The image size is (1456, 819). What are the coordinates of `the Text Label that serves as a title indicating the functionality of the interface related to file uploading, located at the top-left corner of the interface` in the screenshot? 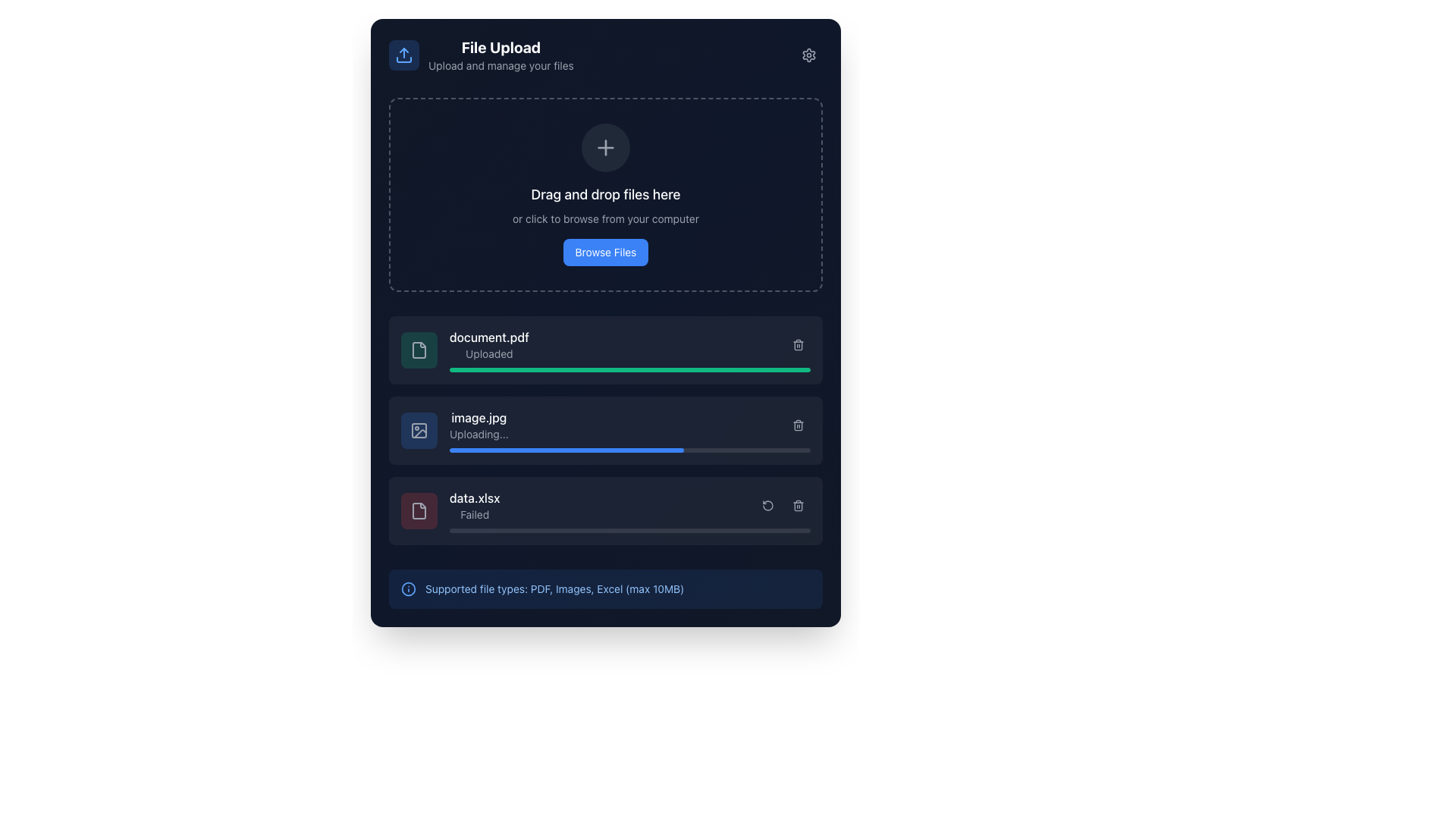 It's located at (500, 46).